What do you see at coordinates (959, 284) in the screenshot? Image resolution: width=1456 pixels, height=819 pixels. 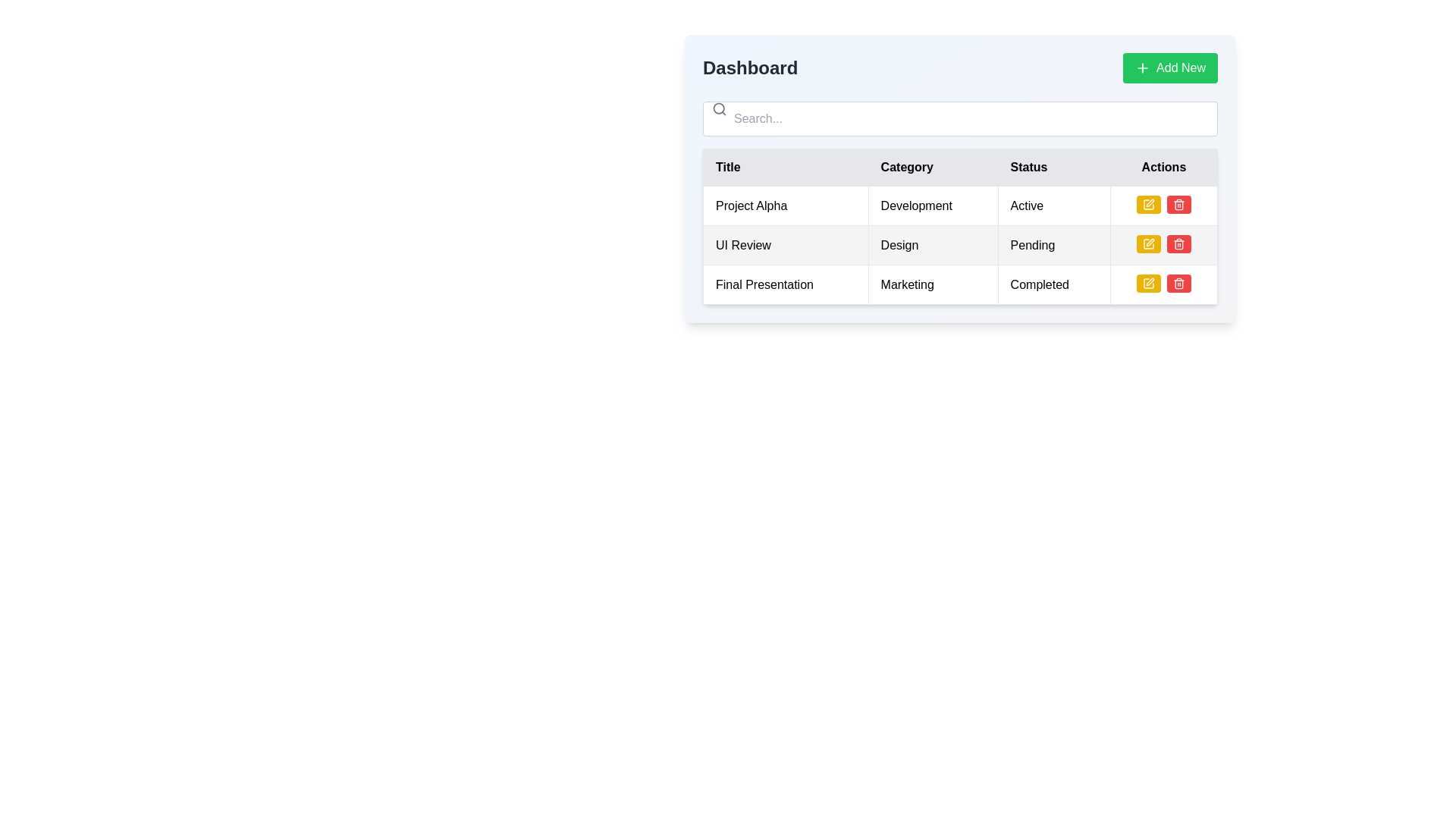 I see `the third row in the table displaying 'Final Presentation', 'Marketing', 'Completed'` at bounding box center [959, 284].